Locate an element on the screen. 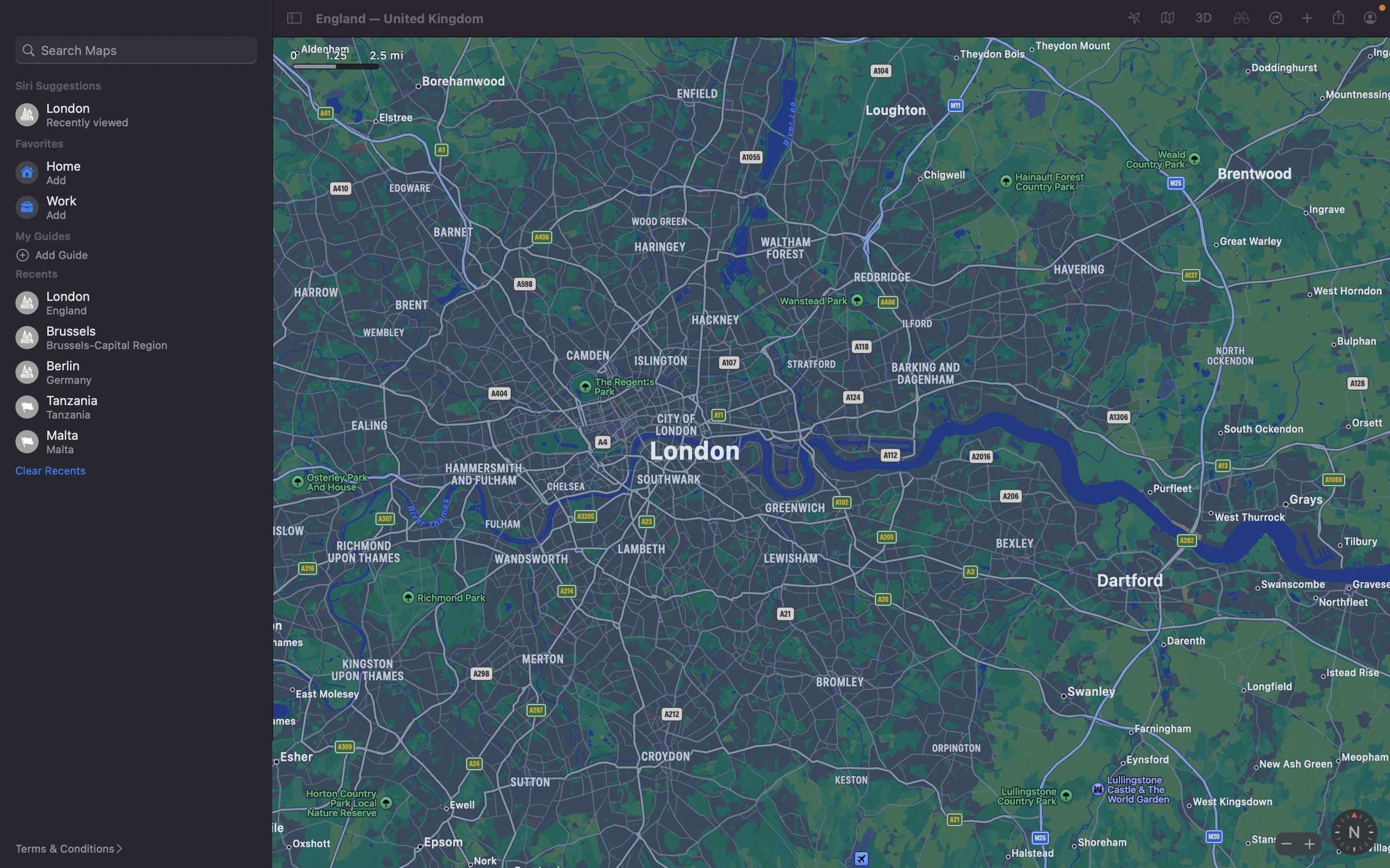 The height and width of the screenshot is (868, 1390). Inspect the immediate surroundings on the current map is located at coordinates (1241, 18).